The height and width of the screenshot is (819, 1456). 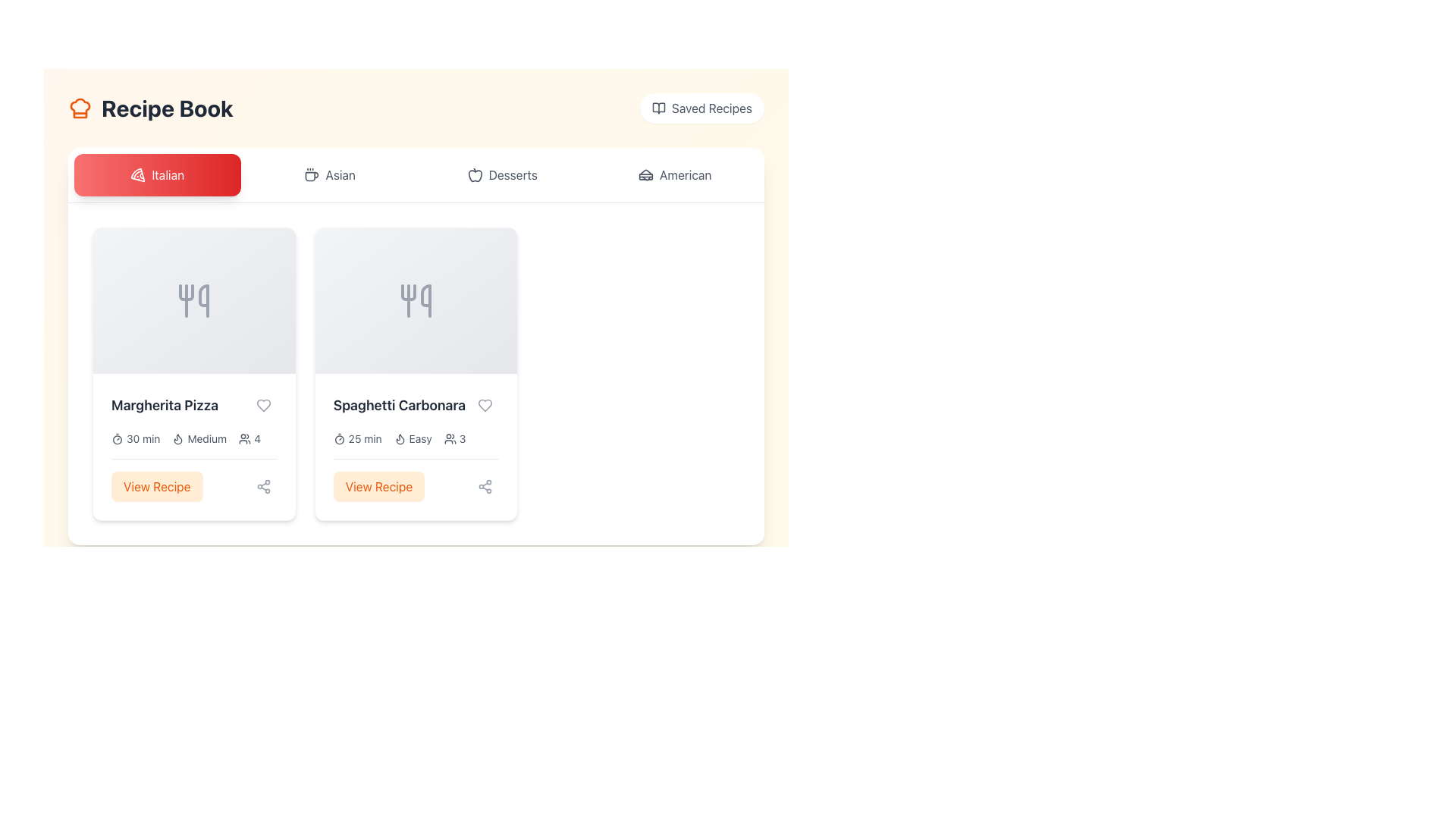 What do you see at coordinates (400, 438) in the screenshot?
I see `the difficulty level icon located within the 'Easy' difficulty label on the right recipe card for 'Spaghetti Carbonara'` at bounding box center [400, 438].